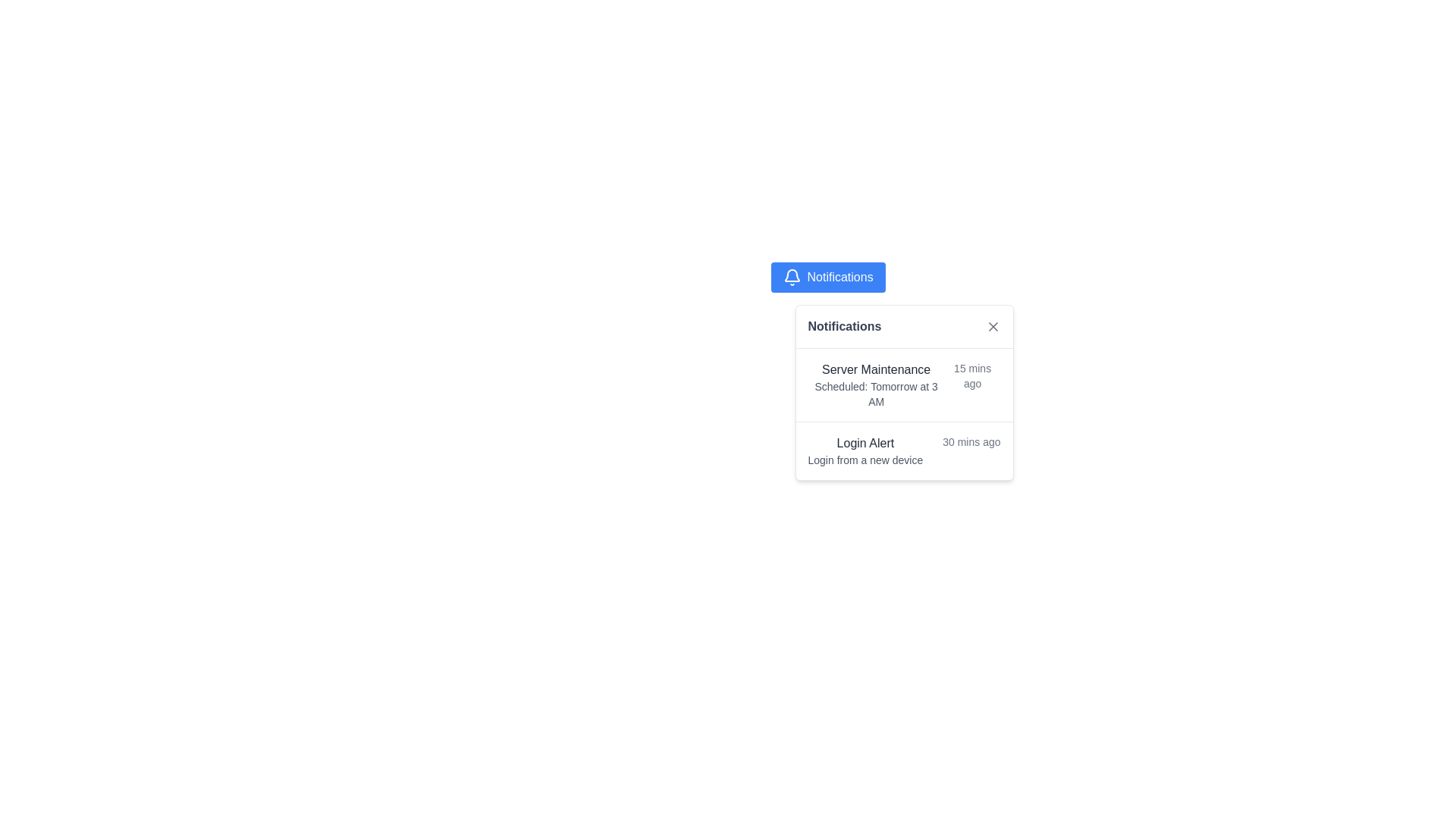 The image size is (1456, 819). Describe the element at coordinates (972, 375) in the screenshot. I see `text from the text label displaying '15 mins ago', which is located at the top-right section of the 'Server Maintenance' notification row, styled in a small gray font` at that location.